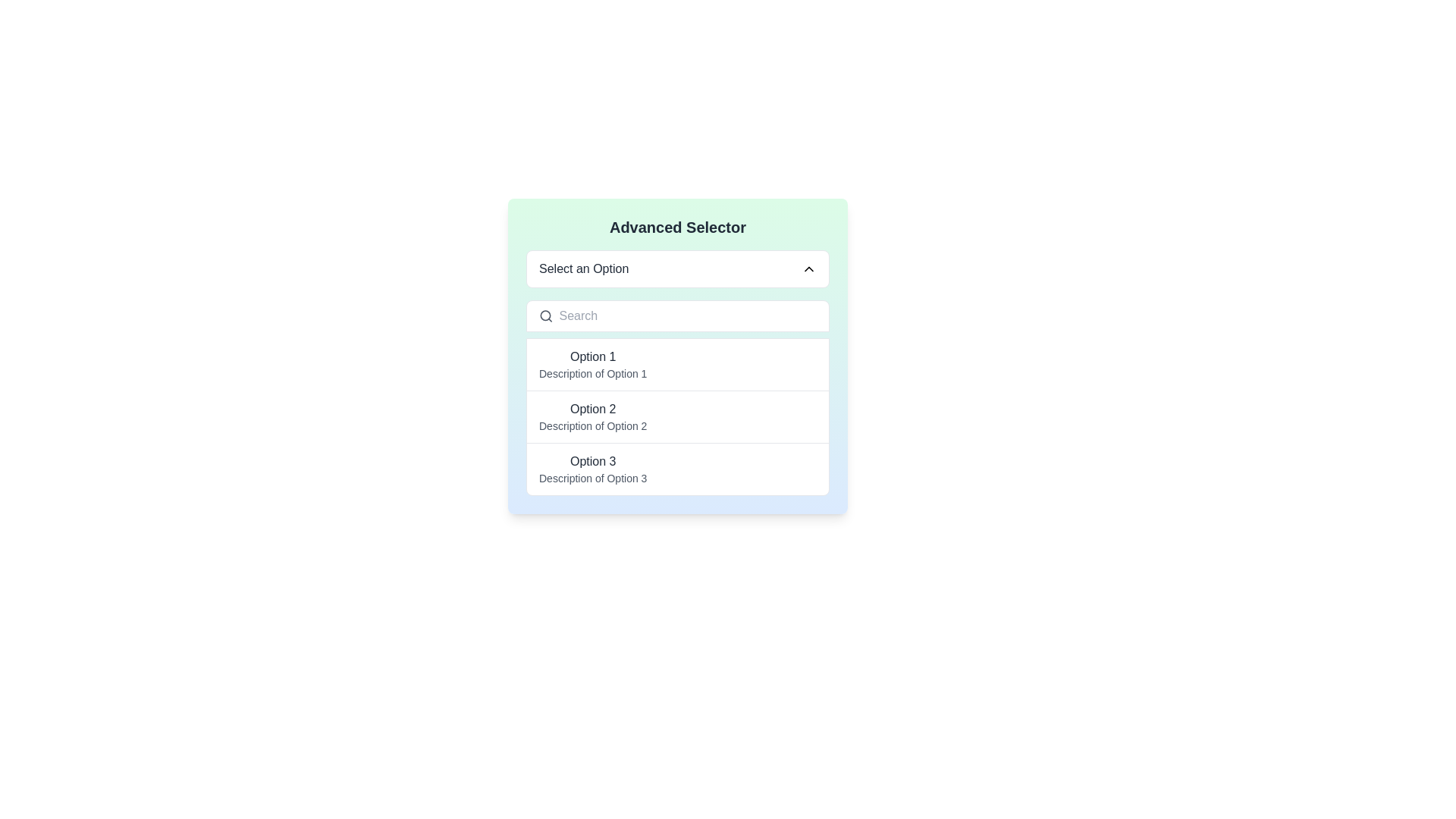  What do you see at coordinates (546, 315) in the screenshot?
I see `the search icon located on the left side of the search bar, which serves as a visual indicator for the search functionality` at bounding box center [546, 315].